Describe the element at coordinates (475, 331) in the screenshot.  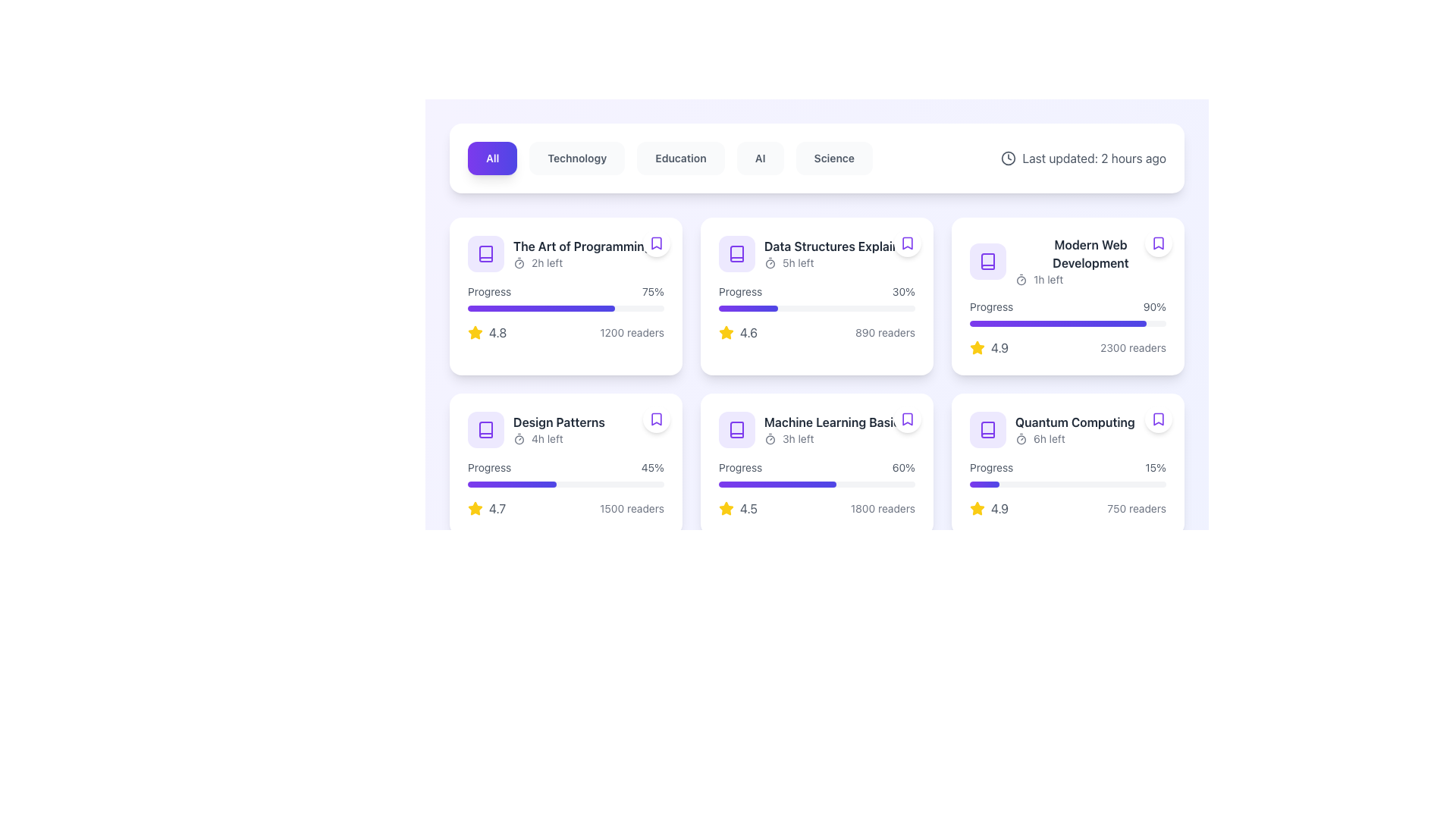
I see `the rating icon located in the bottom left corner of the 'Data Structures Explained' card, which indicates a score of 4.6` at that location.